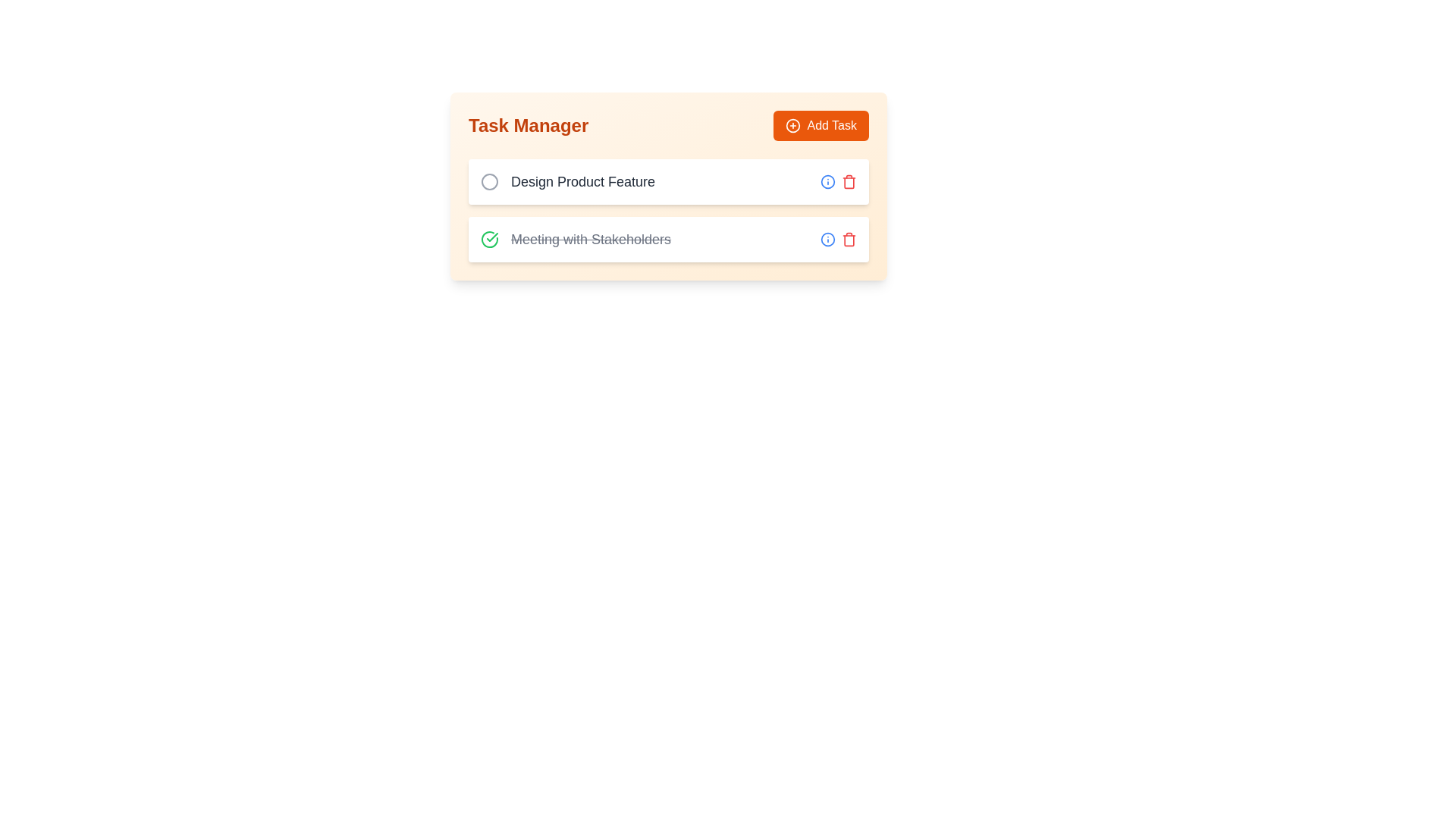 This screenshot has width=1456, height=819. Describe the element at coordinates (837, 239) in the screenshot. I see `the red trash can icon within the grouped unit of task-related actions` at that location.